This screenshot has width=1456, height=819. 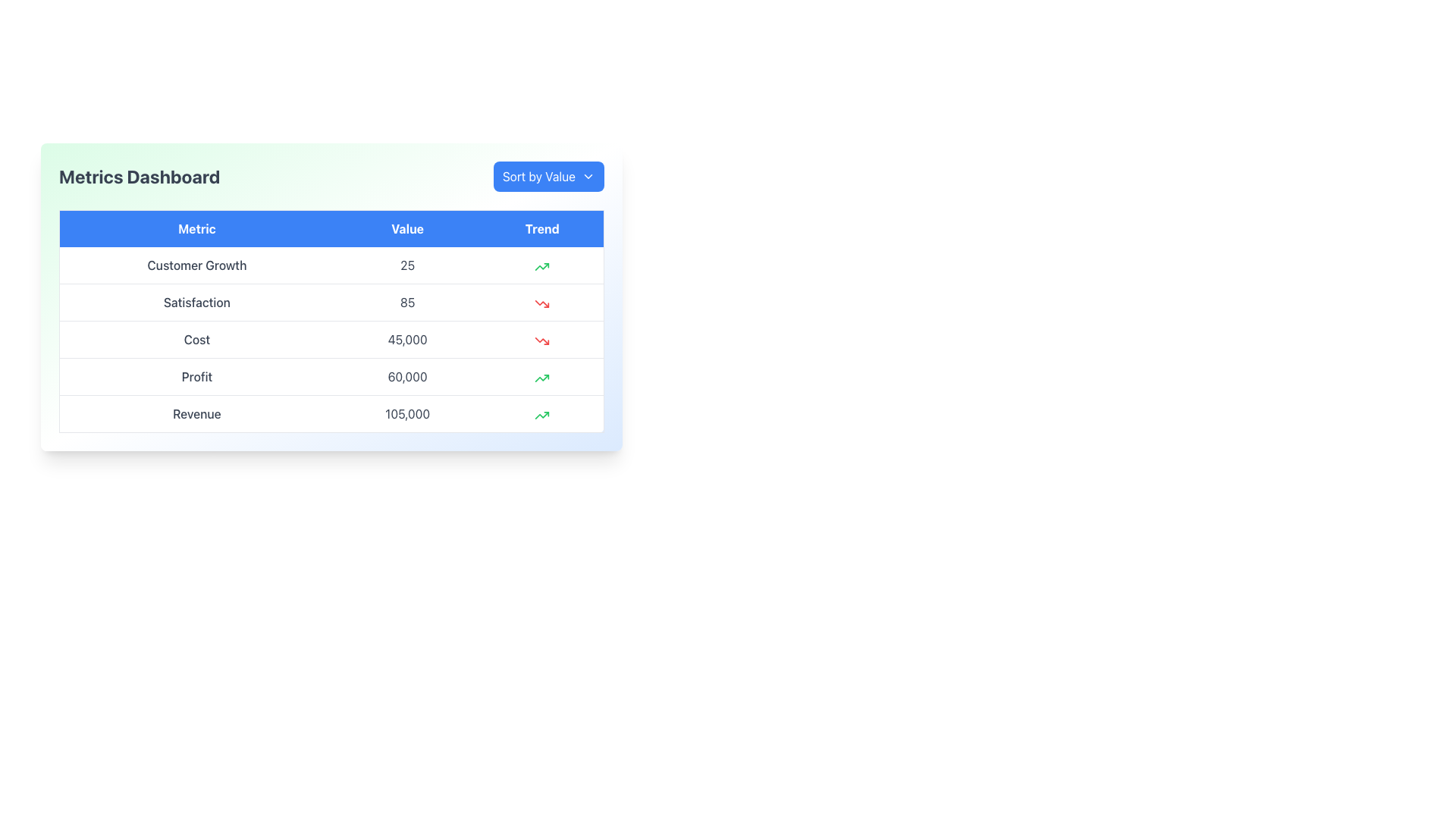 What do you see at coordinates (331, 338) in the screenshot?
I see `the third row of the table that displays the cost metric with the value '45,000' and a downward trend indicator, located between 'Satisfaction' and 'Profit' rows` at bounding box center [331, 338].